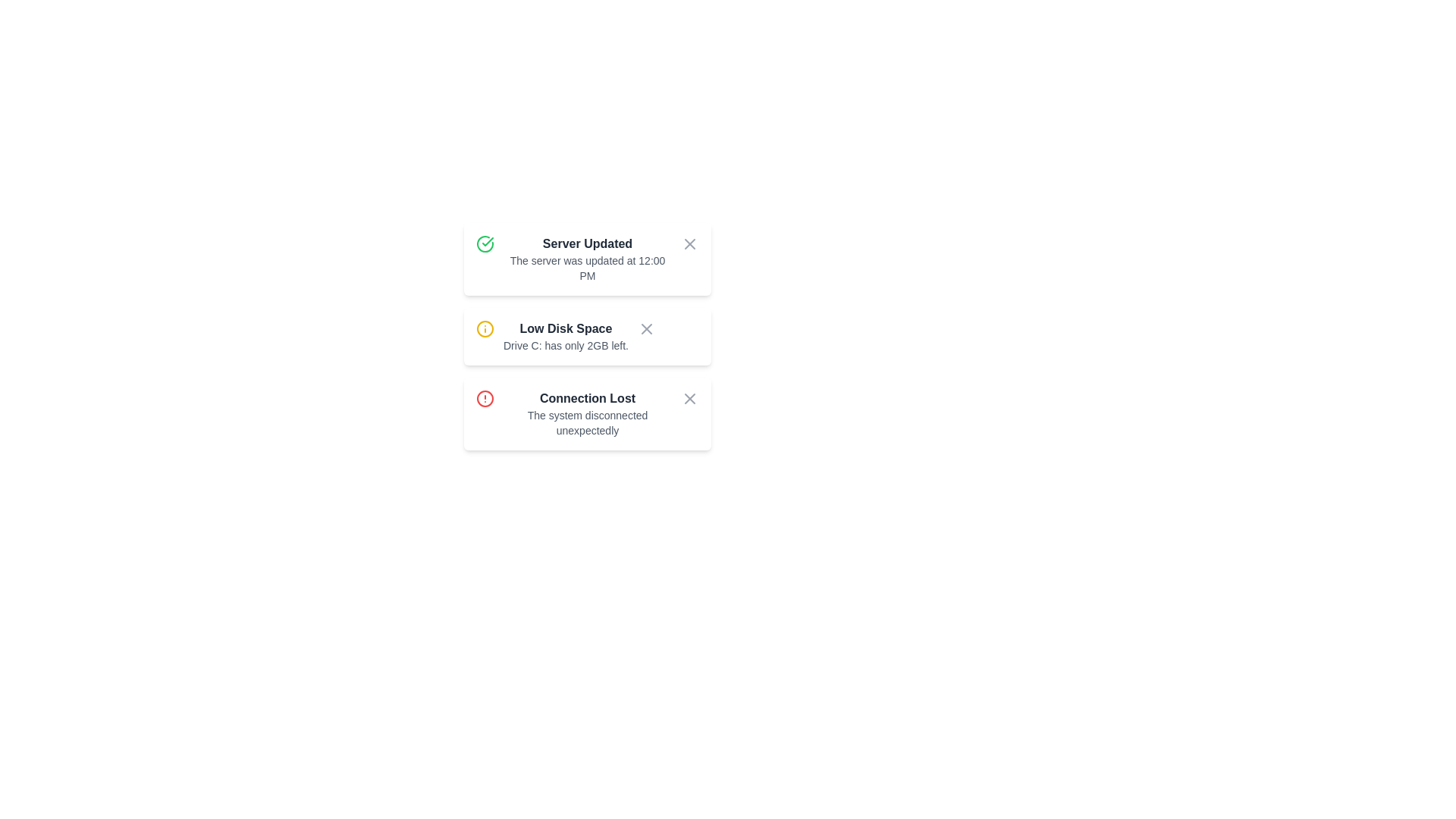 The image size is (1456, 819). I want to click on the dismiss button located at the top-right corner of the 'Server Updated' notification card, so click(689, 243).